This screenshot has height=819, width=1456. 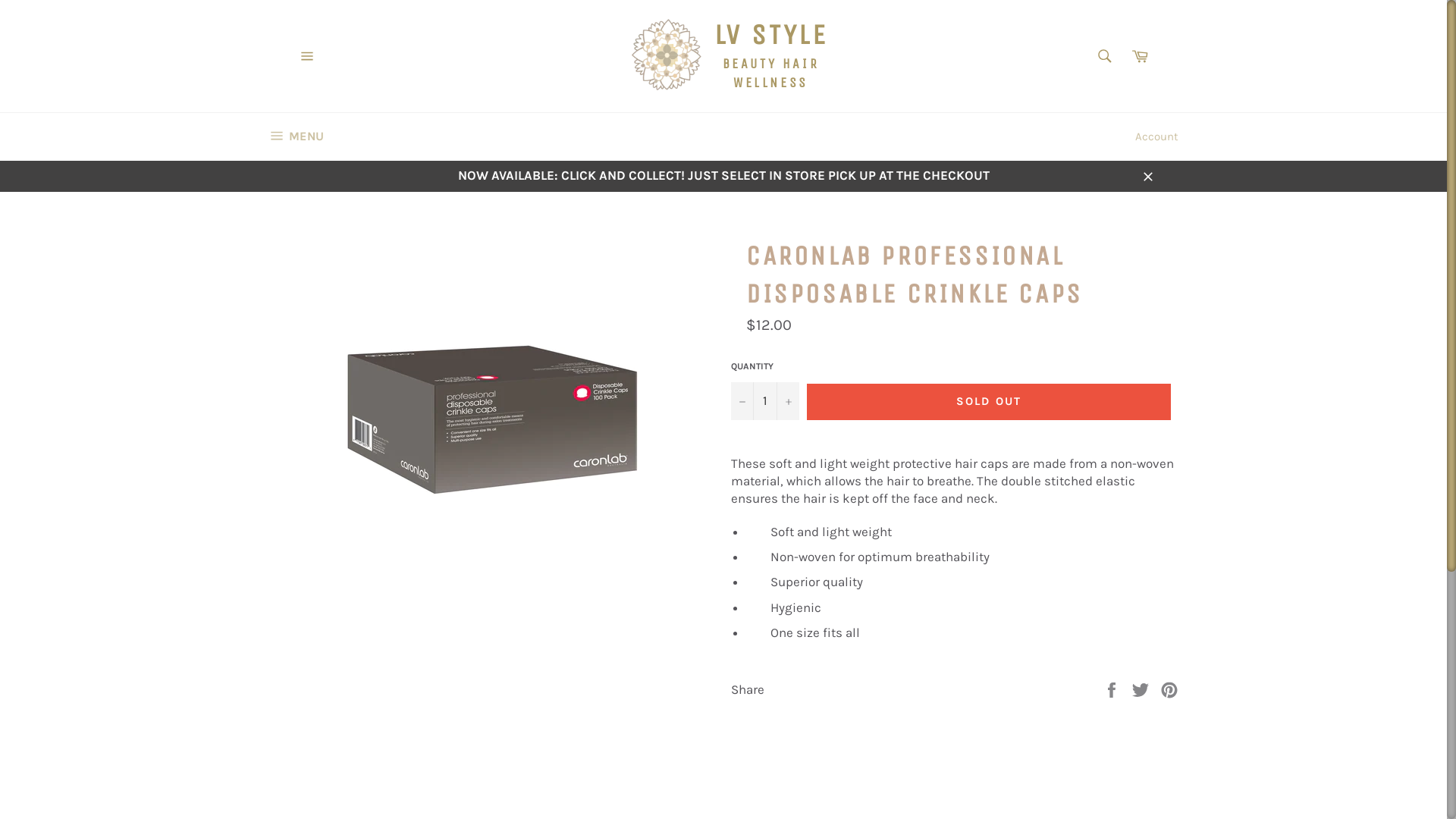 I want to click on 'Cart', so click(x=1139, y=55).